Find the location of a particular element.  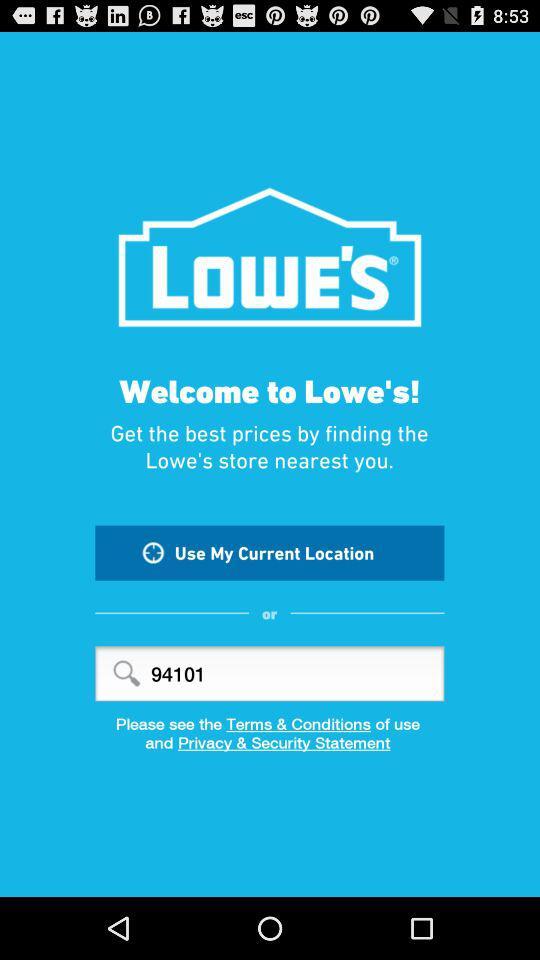

the item above or icon is located at coordinates (269, 552).